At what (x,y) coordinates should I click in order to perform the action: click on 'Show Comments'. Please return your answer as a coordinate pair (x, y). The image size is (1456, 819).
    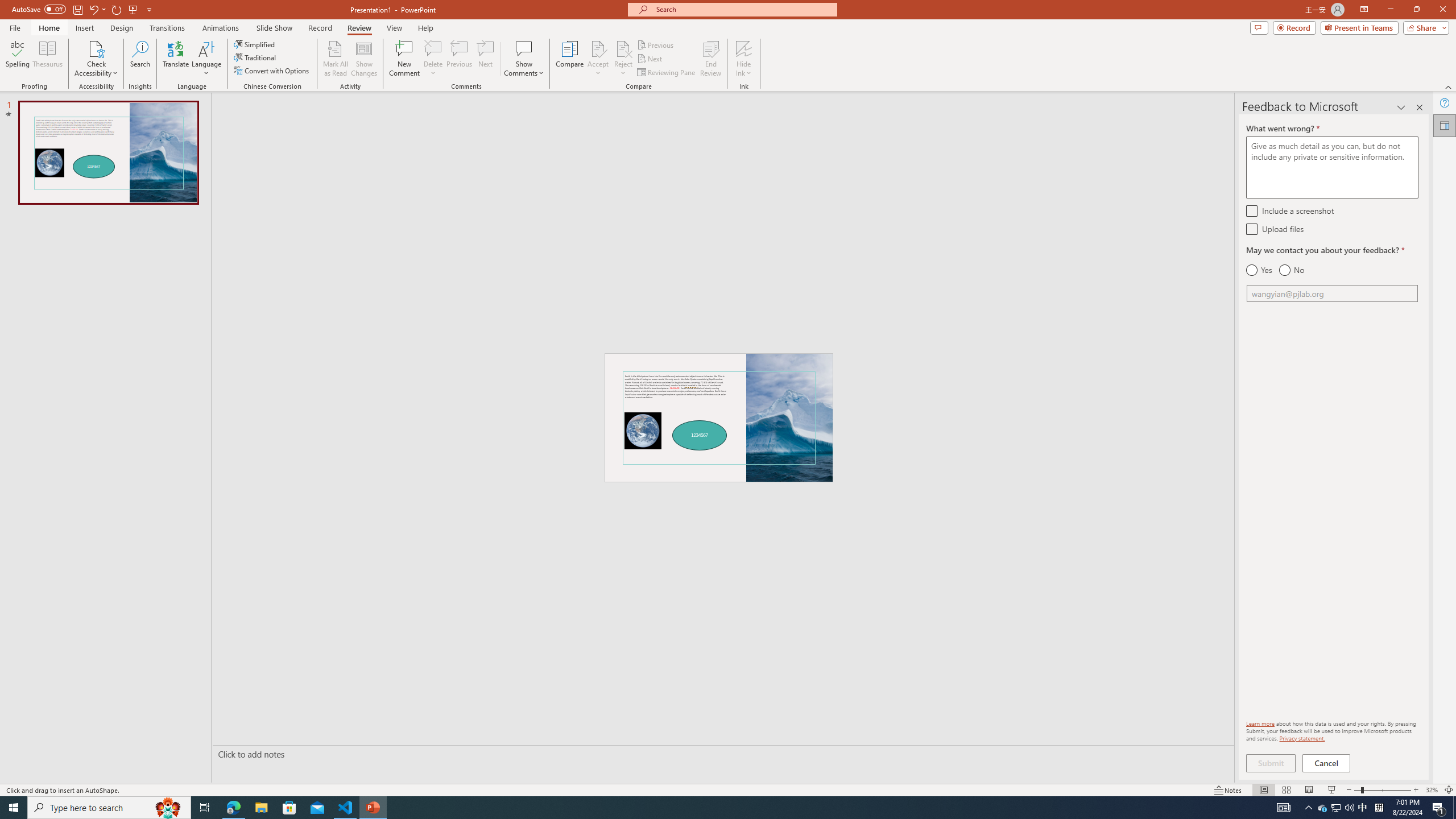
    Looking at the image, I should click on (524, 59).